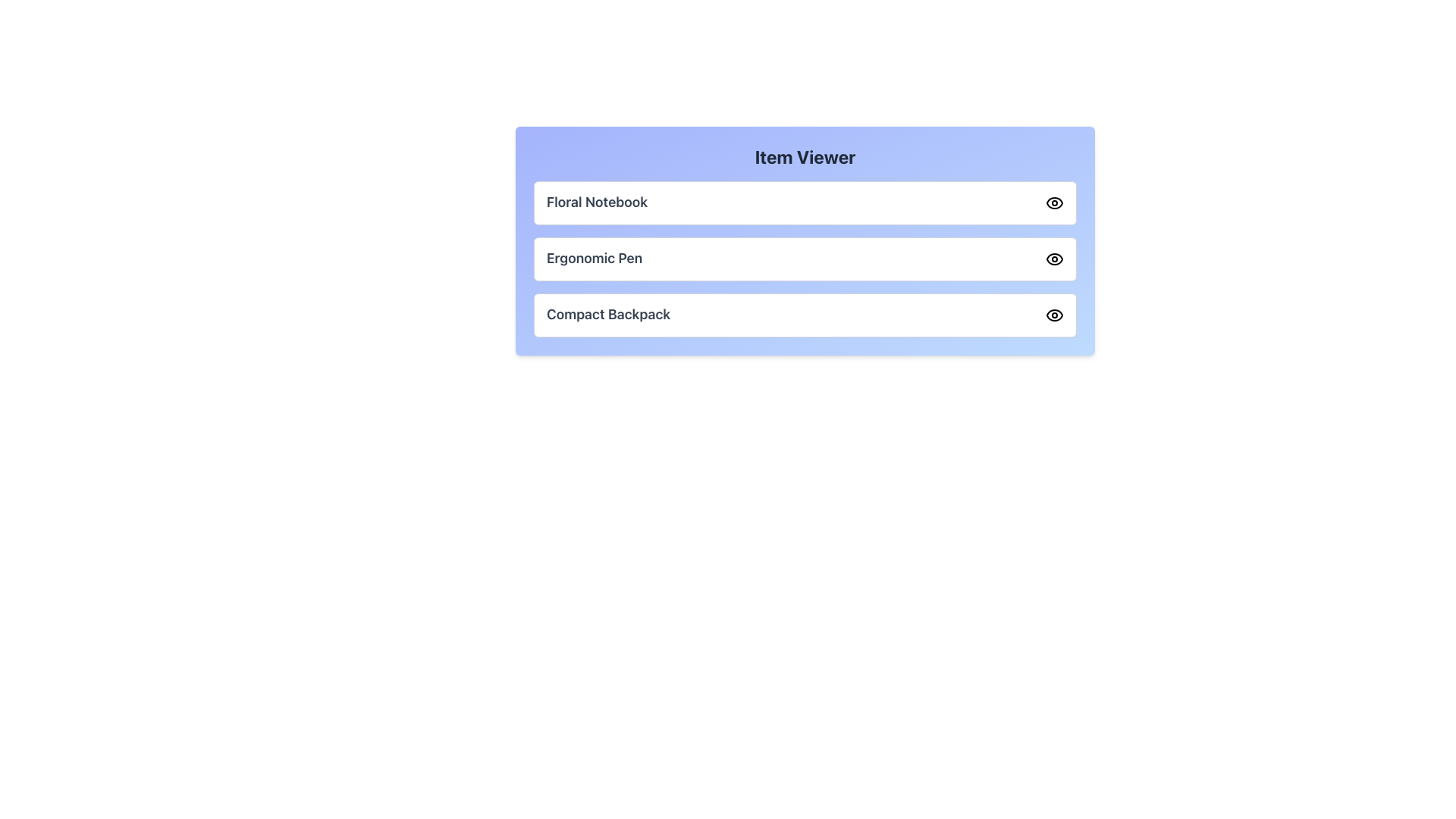 Image resolution: width=1456 pixels, height=819 pixels. What do you see at coordinates (1054, 259) in the screenshot?
I see `the 'Eye' icon located in the third row, next to 'Ergonomic Pen'` at bounding box center [1054, 259].